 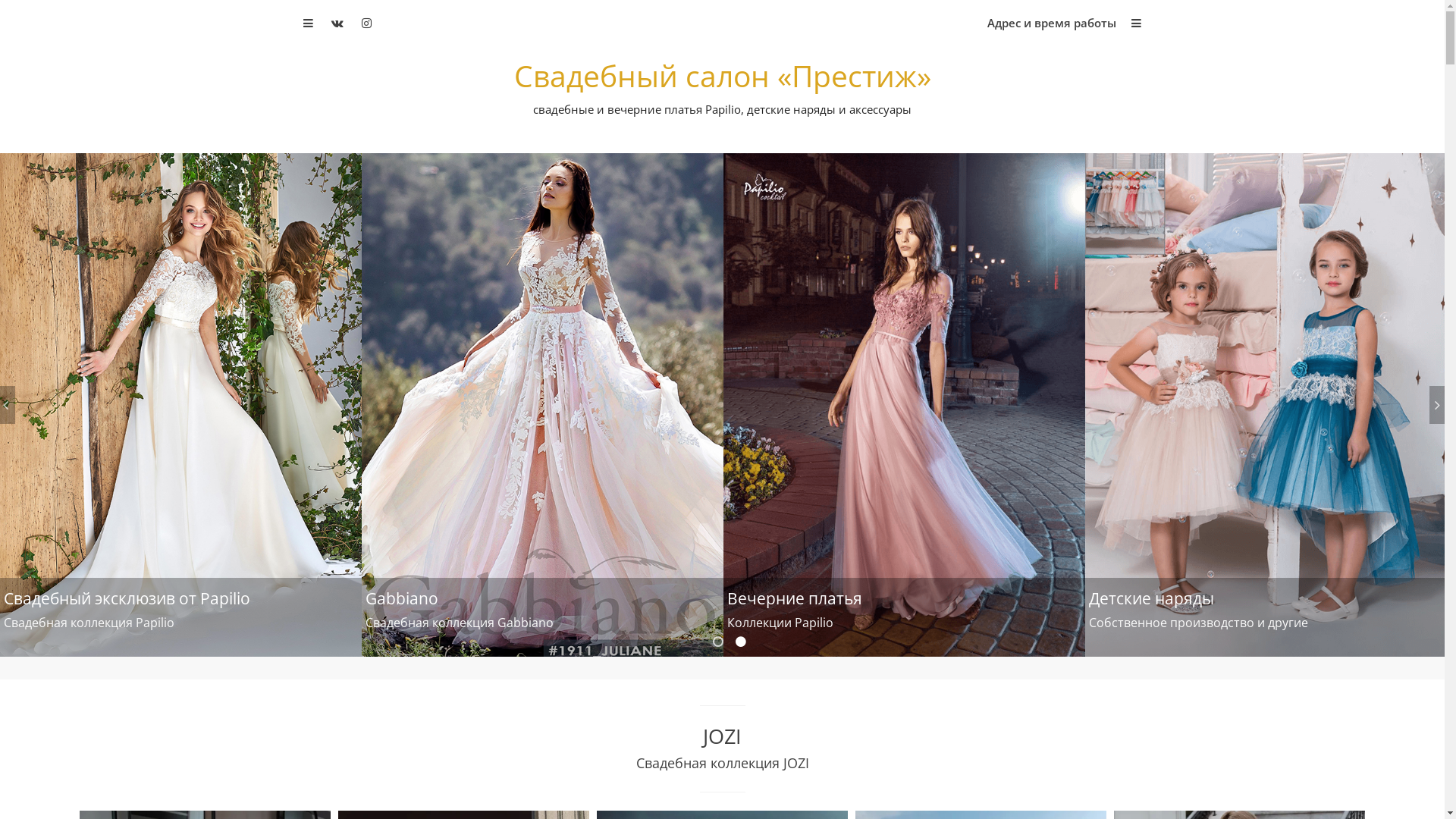 I want to click on '1', so click(x=718, y=641).